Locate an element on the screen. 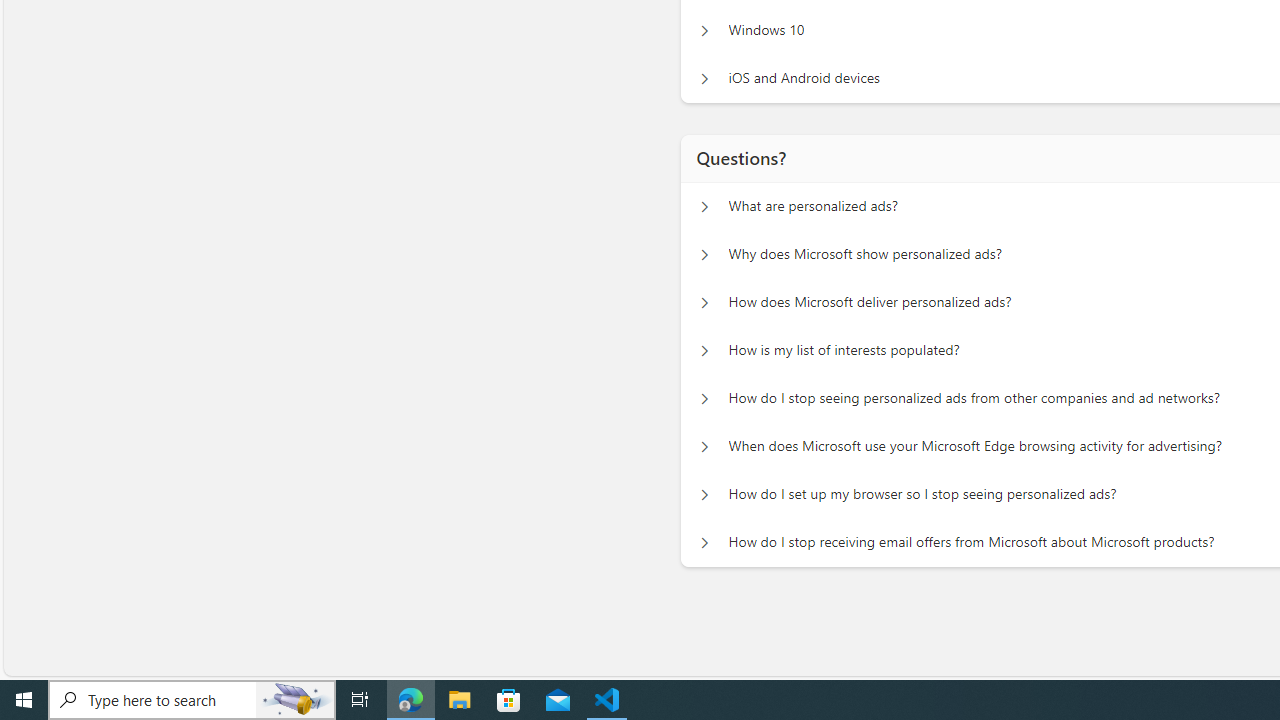 This screenshot has height=720, width=1280. 'Questions? Why does Microsoft show personalized ads?' is located at coordinates (704, 254).